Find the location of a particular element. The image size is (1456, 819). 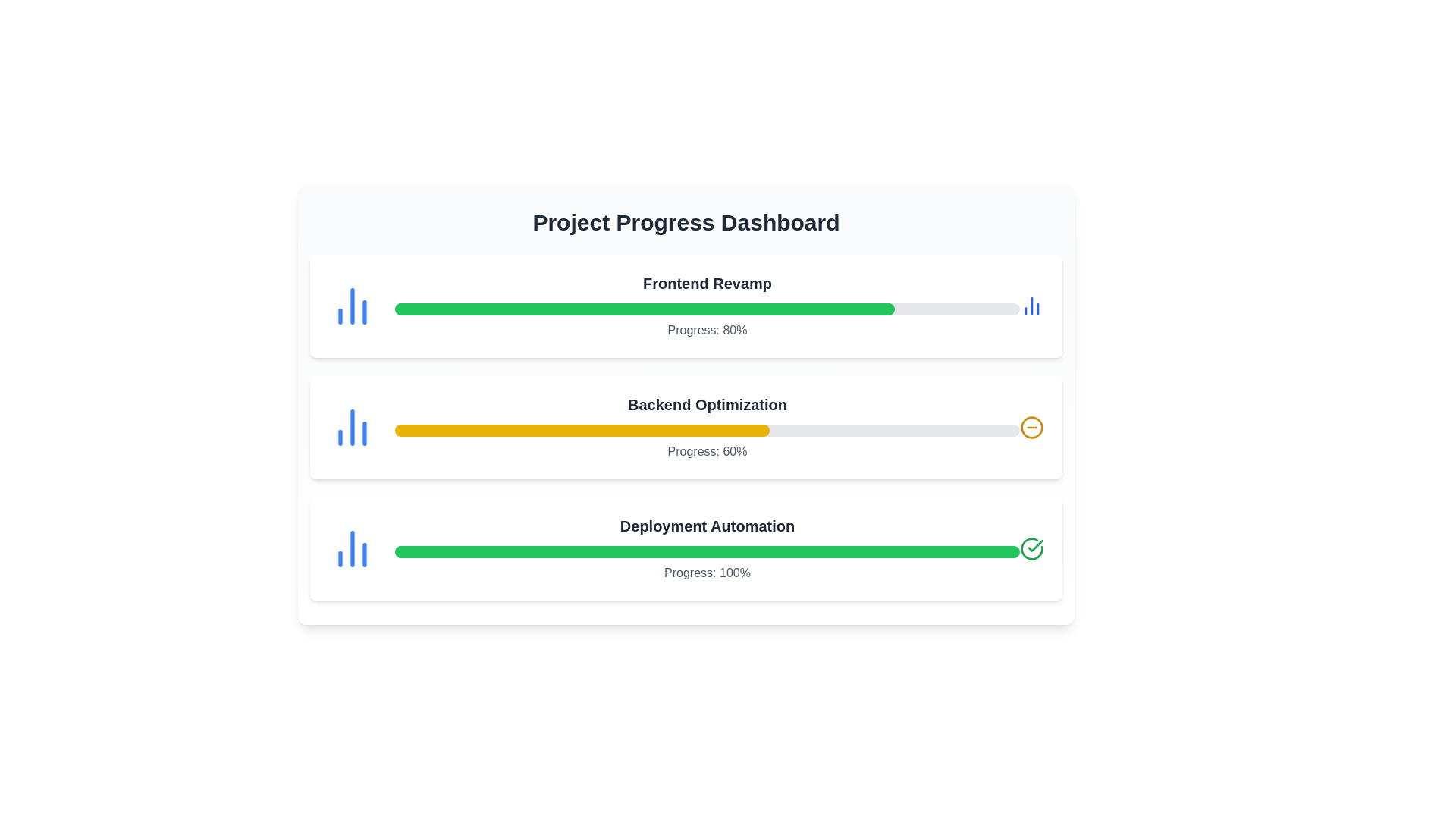

the vertical bar chart icon with three solid blue bars in the 'Backend Optimization' section is located at coordinates (352, 427).